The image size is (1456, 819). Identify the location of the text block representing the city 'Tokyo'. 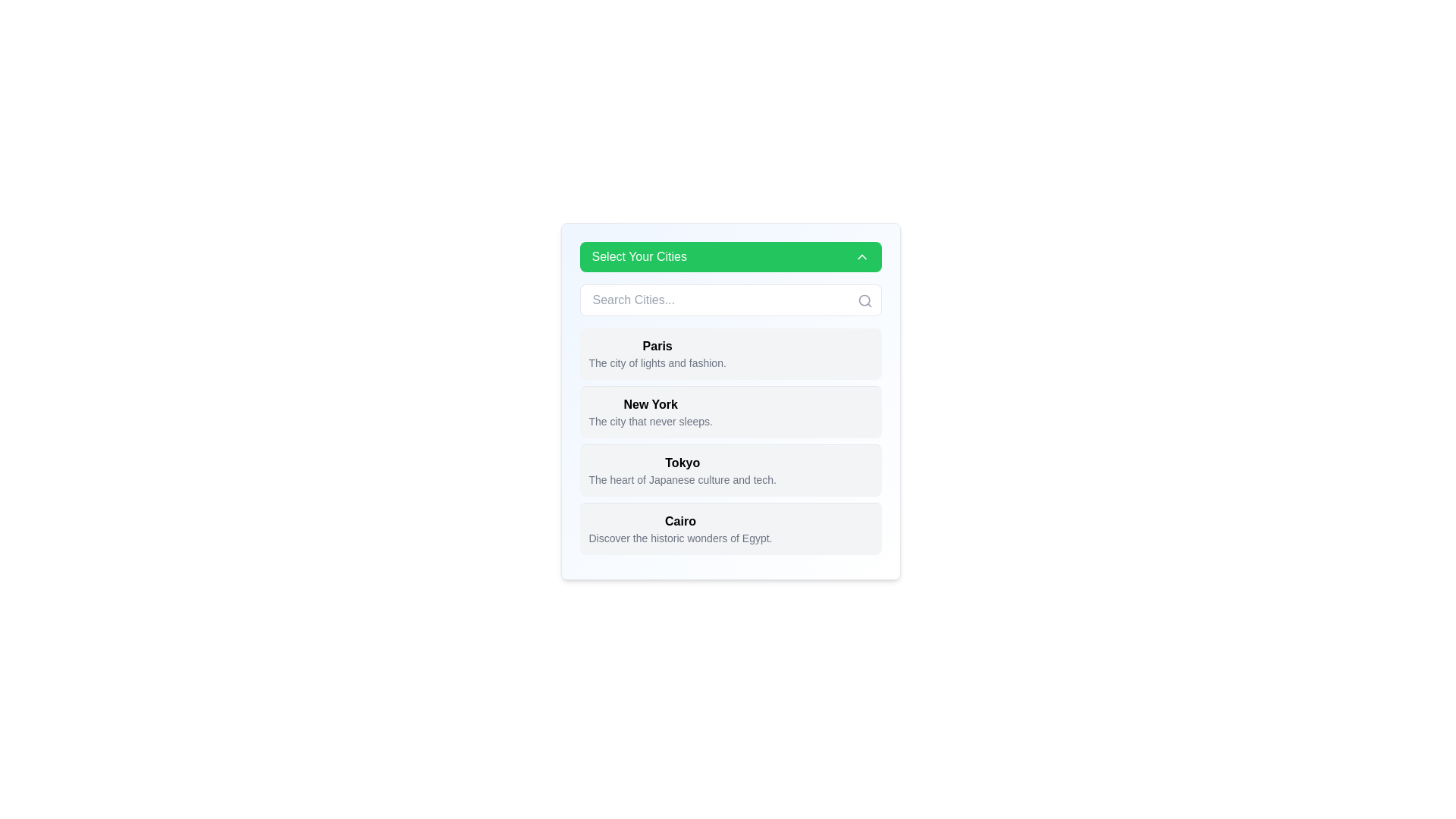
(682, 470).